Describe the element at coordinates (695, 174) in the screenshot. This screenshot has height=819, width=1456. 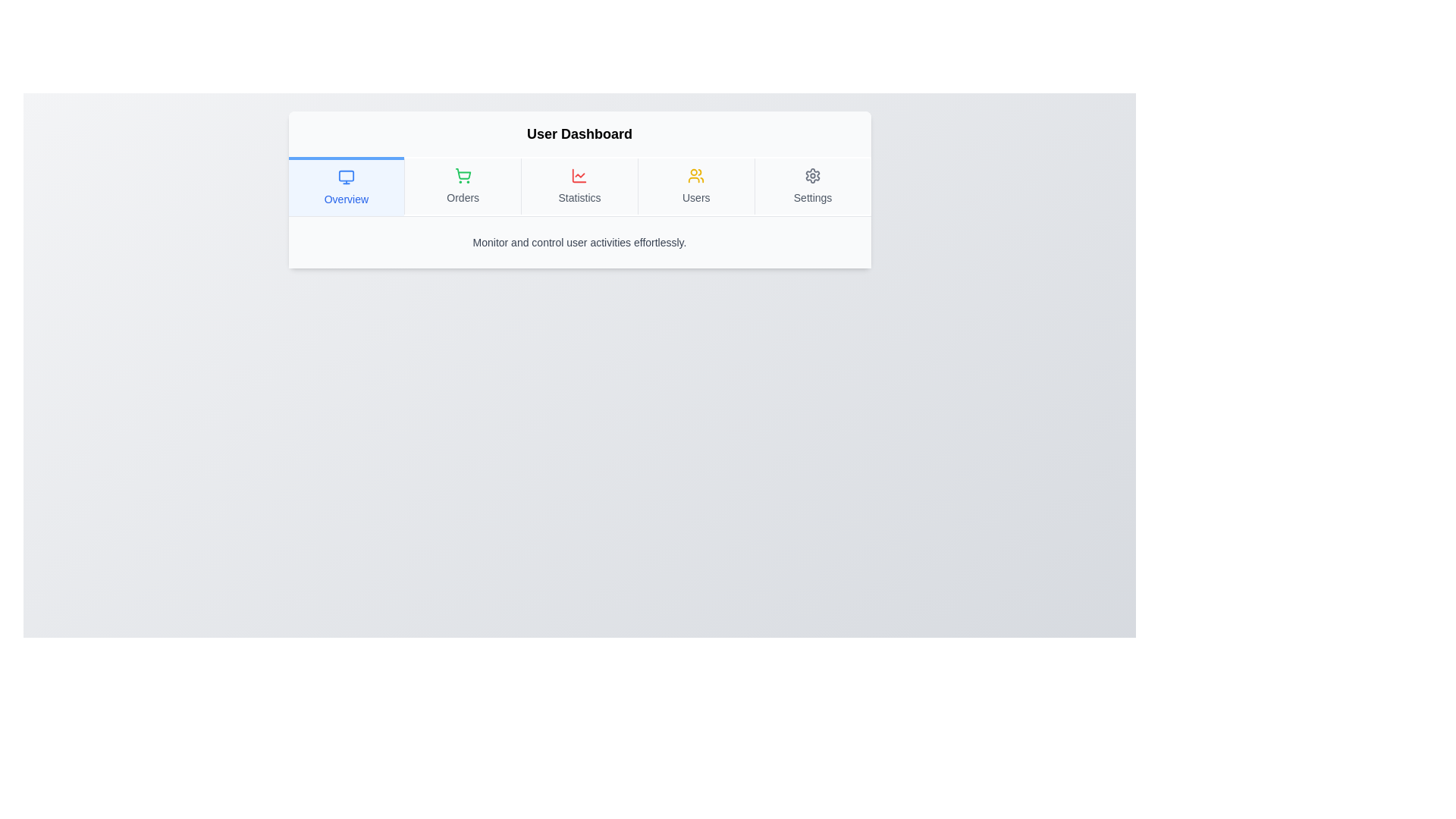
I see `the yellow-colored icon representing a group of people located above the 'Users' label` at that location.